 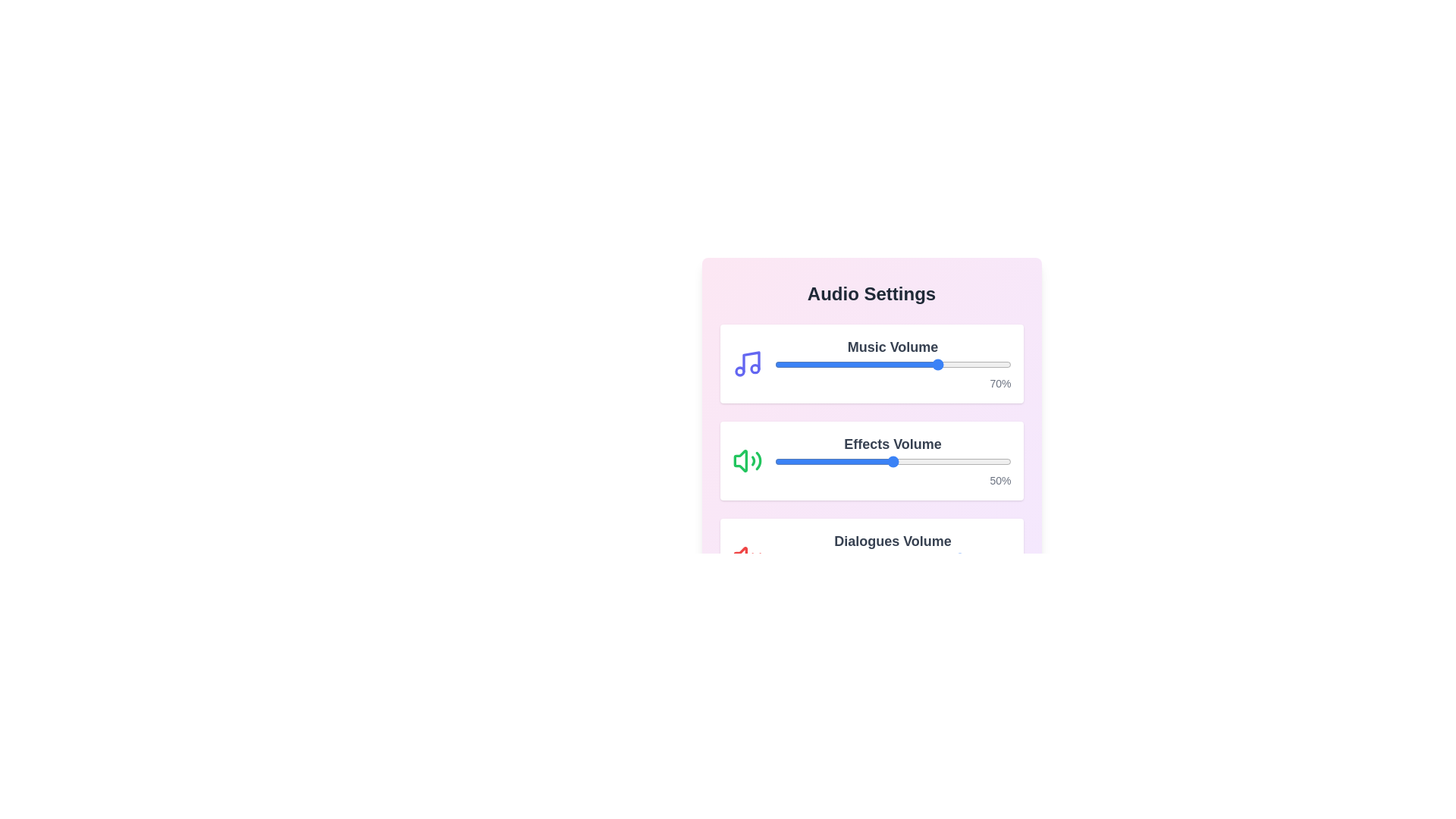 What do you see at coordinates (802, 365) in the screenshot?
I see `the music volume slider to 12%` at bounding box center [802, 365].